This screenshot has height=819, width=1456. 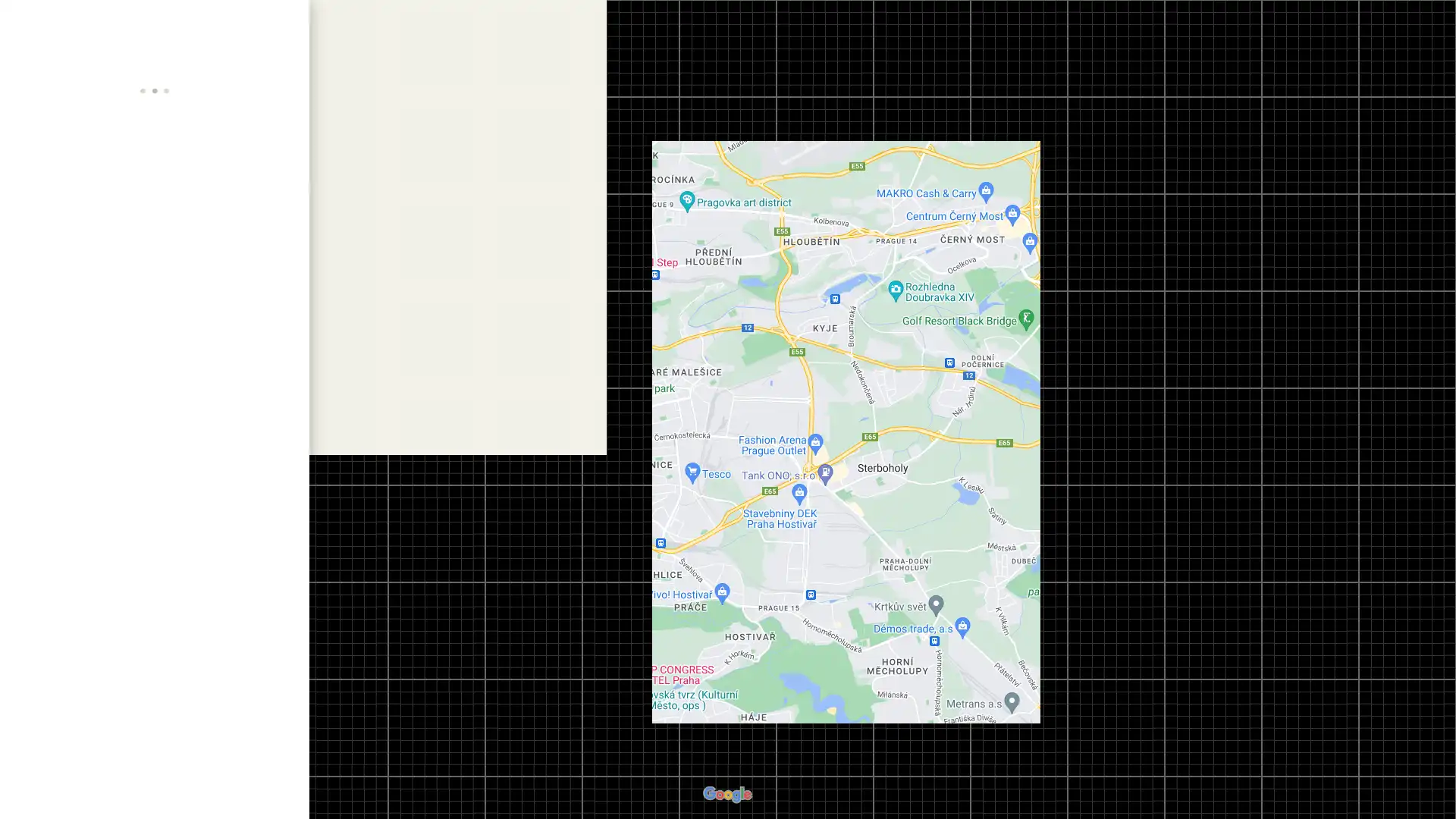 What do you see at coordinates (265, 296) in the screenshot?
I see `Share TOVARNA.CZ, s.r.o.` at bounding box center [265, 296].